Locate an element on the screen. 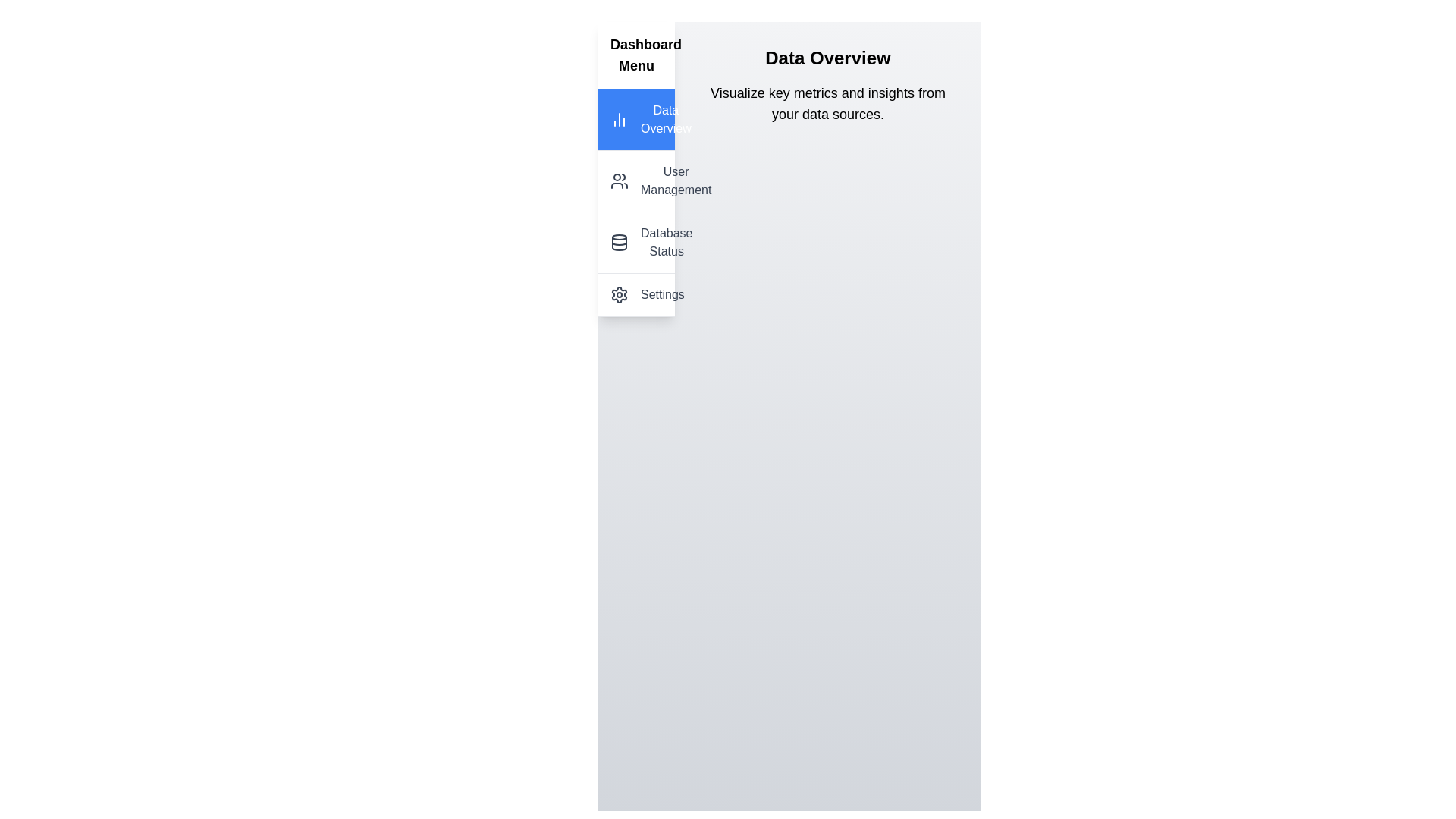  the menu item corresponding to Data Overview to navigate to that section is located at coordinates (636, 119).